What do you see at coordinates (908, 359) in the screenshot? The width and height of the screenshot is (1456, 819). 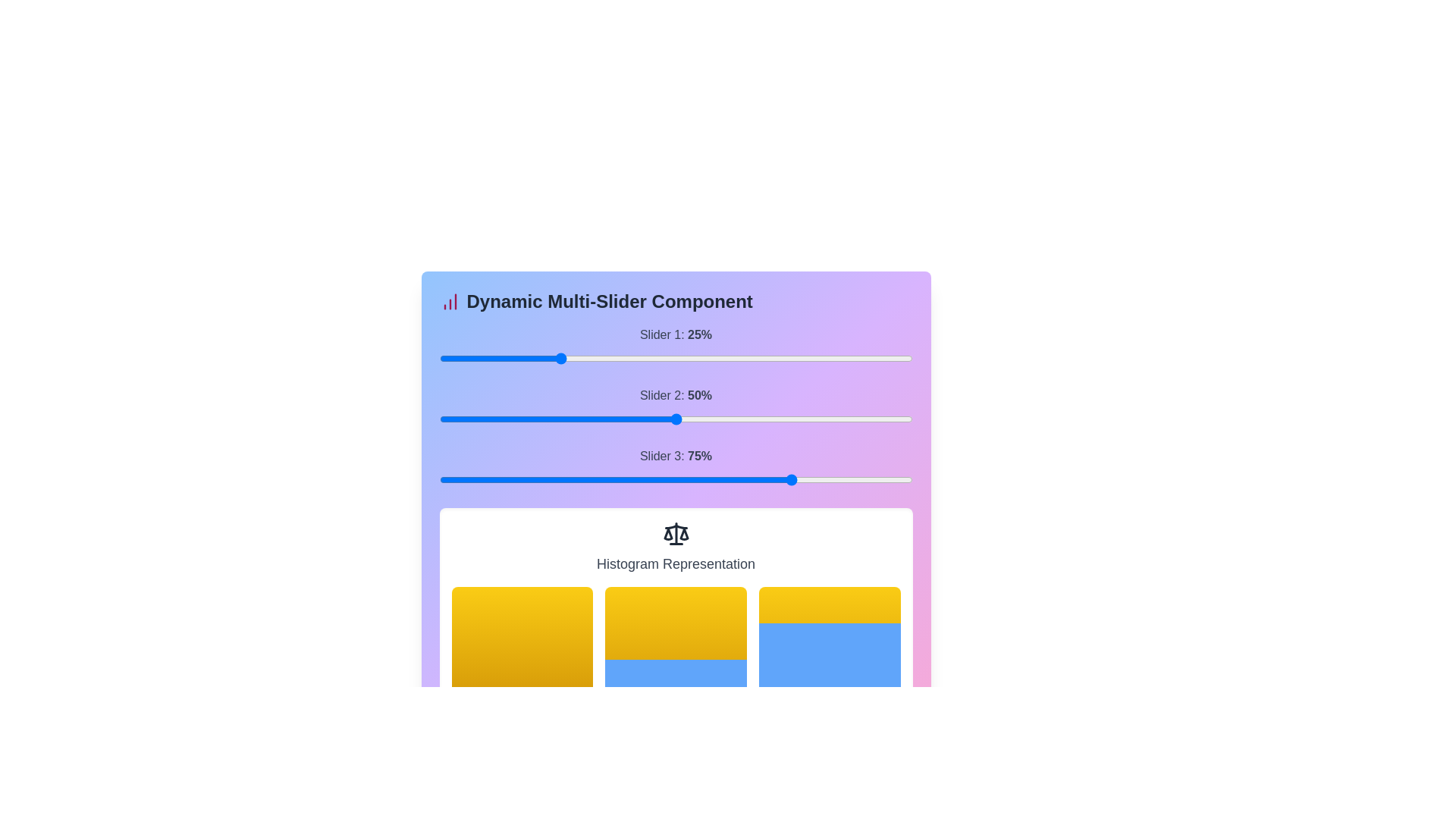 I see `the slider 1 to 98% to observe histogram changes` at bounding box center [908, 359].